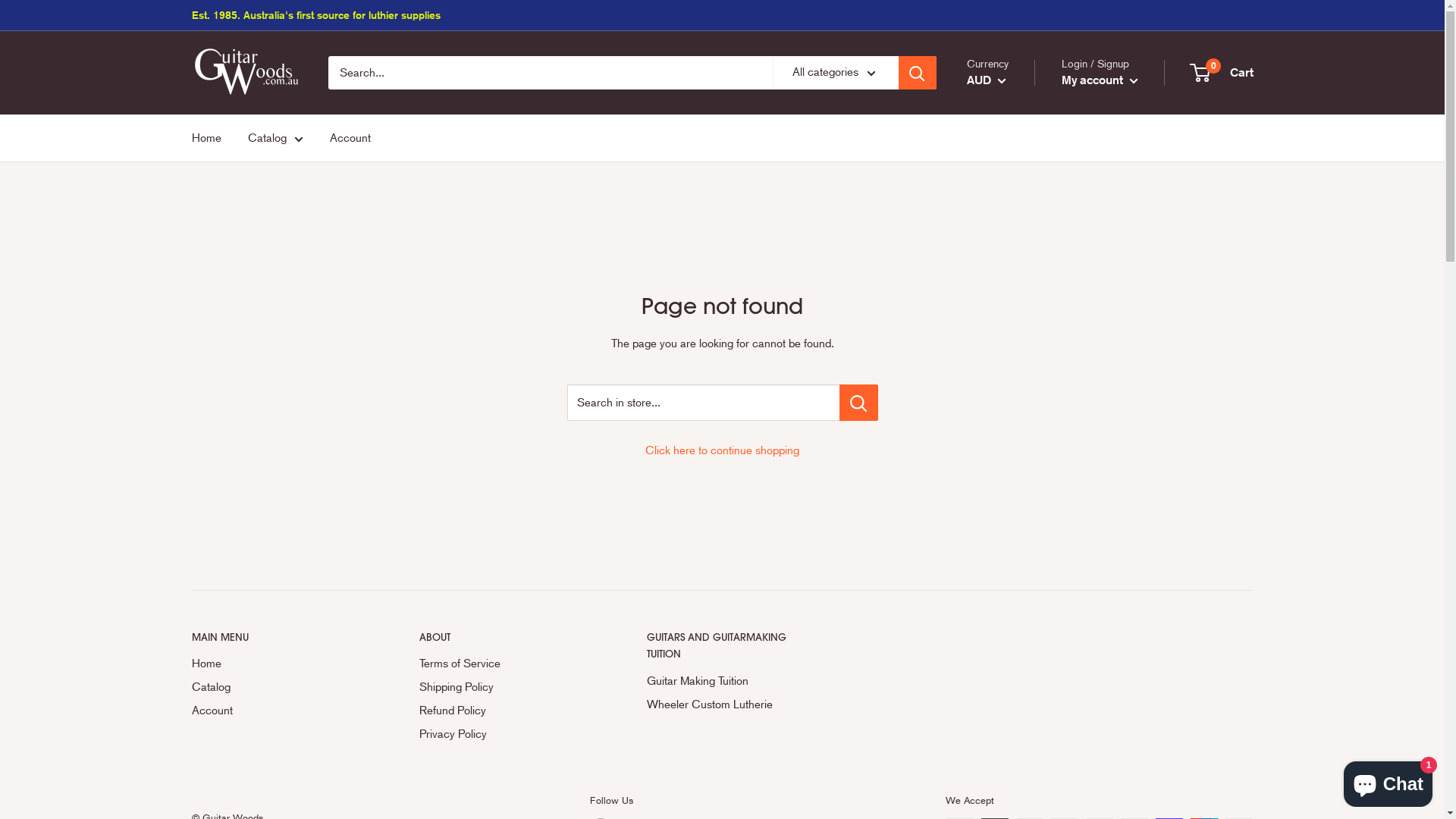 Image resolution: width=1456 pixels, height=819 pixels. I want to click on 'Shipping Policy', so click(506, 687).